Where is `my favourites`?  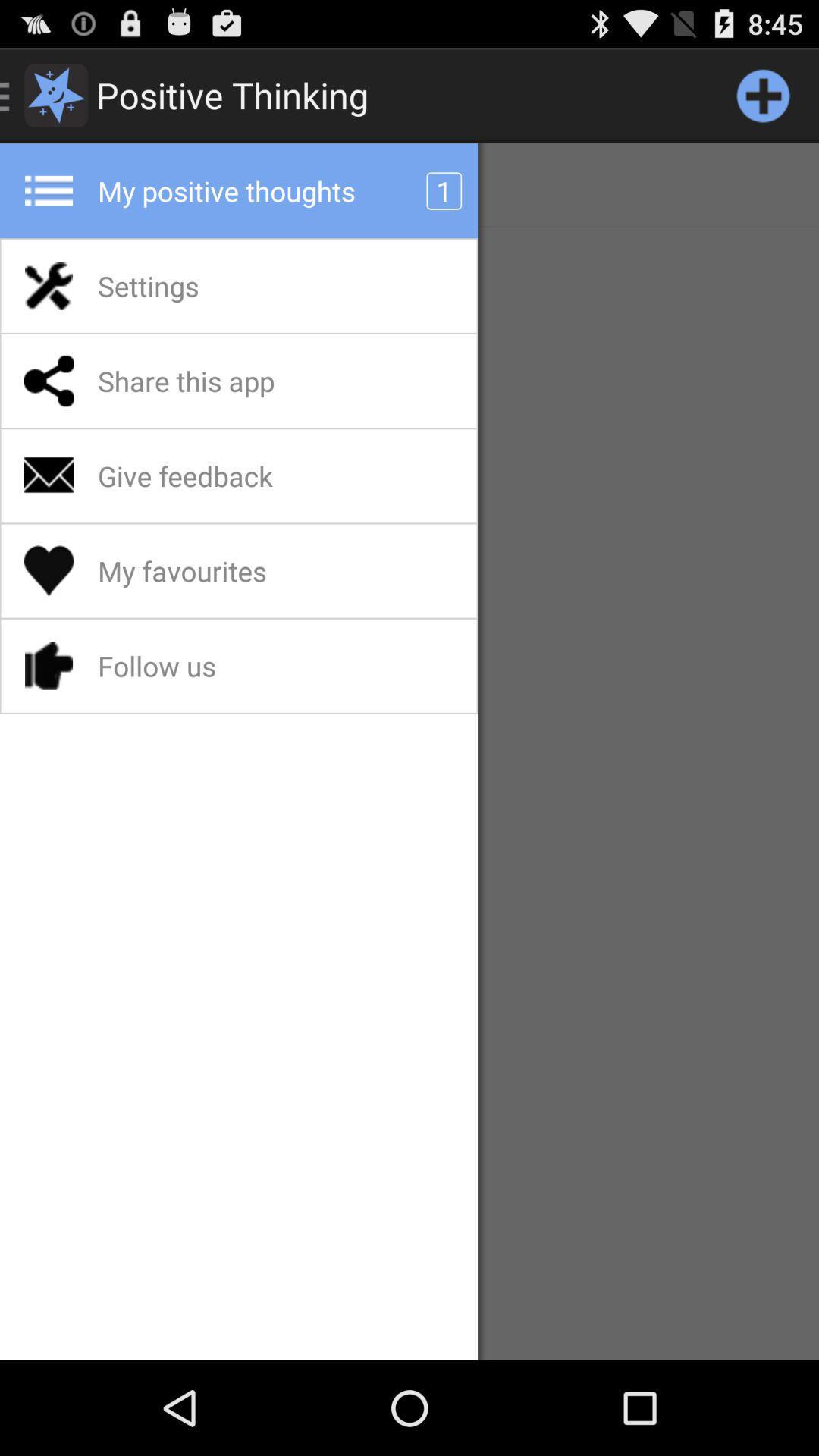
my favourites is located at coordinates (221, 570).